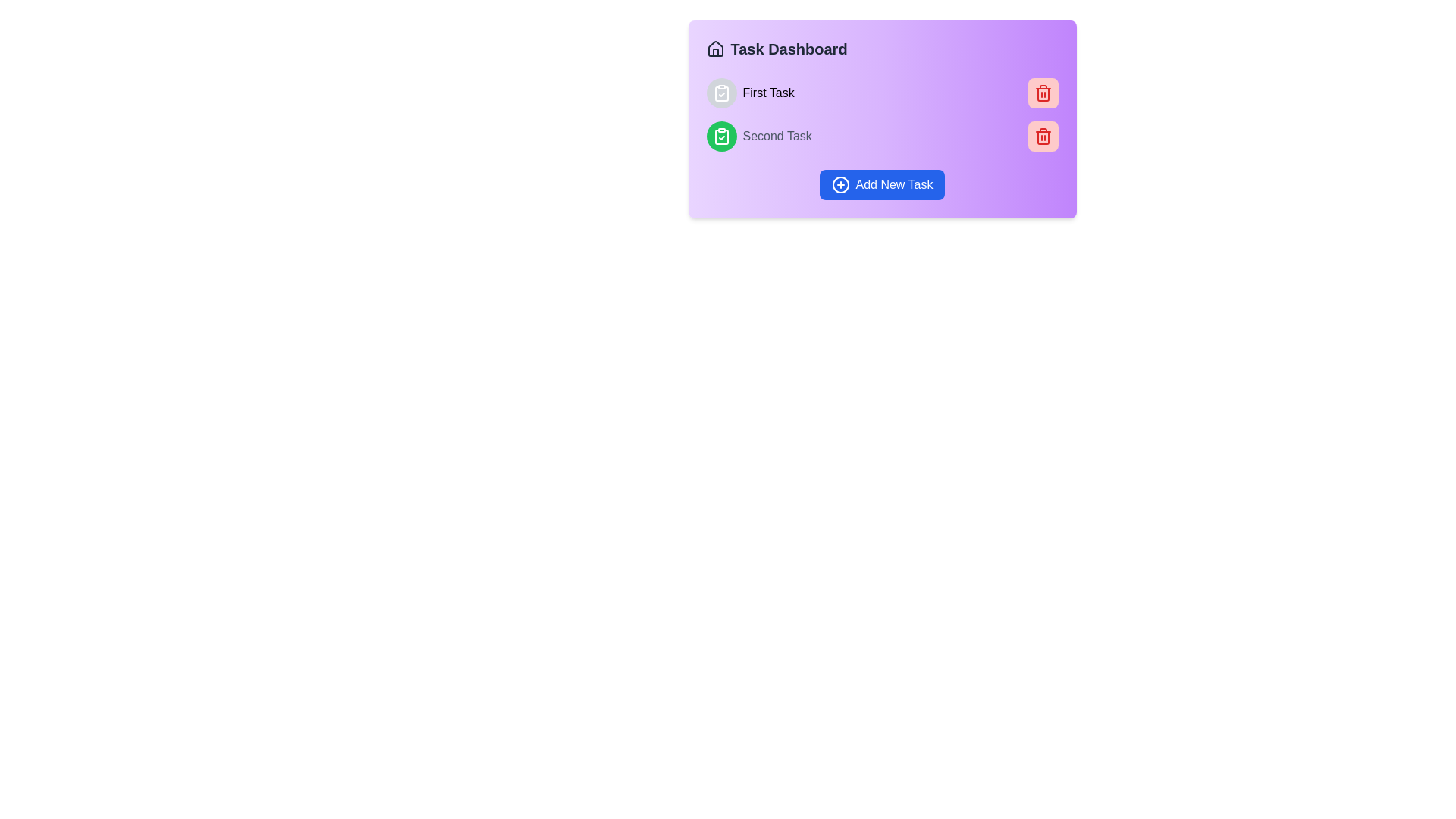 The image size is (1456, 819). I want to click on the clipboard body element, which is part of a green circular button adjacent to the 'Second Task' label, so click(720, 137).